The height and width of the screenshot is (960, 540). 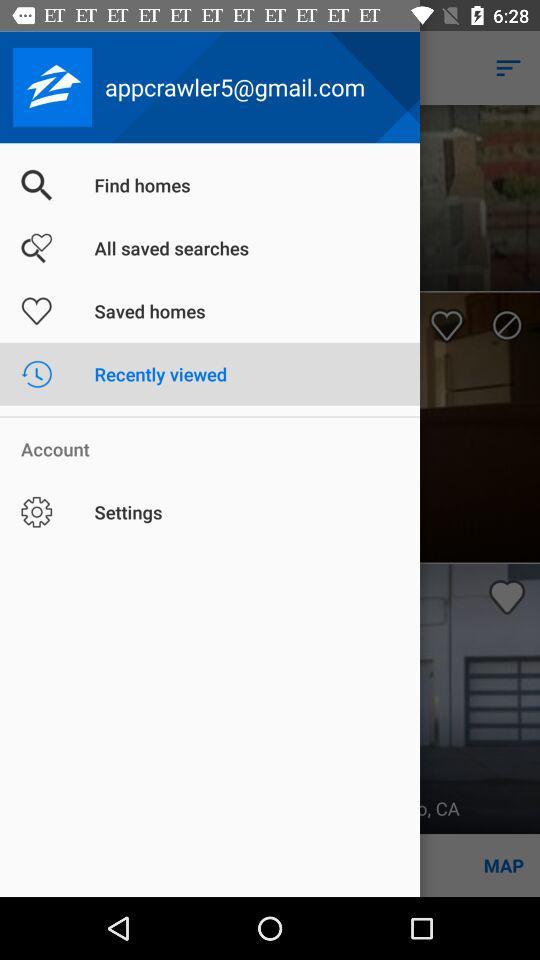 What do you see at coordinates (508, 68) in the screenshot?
I see `sort icon which is at the top right corner` at bounding box center [508, 68].